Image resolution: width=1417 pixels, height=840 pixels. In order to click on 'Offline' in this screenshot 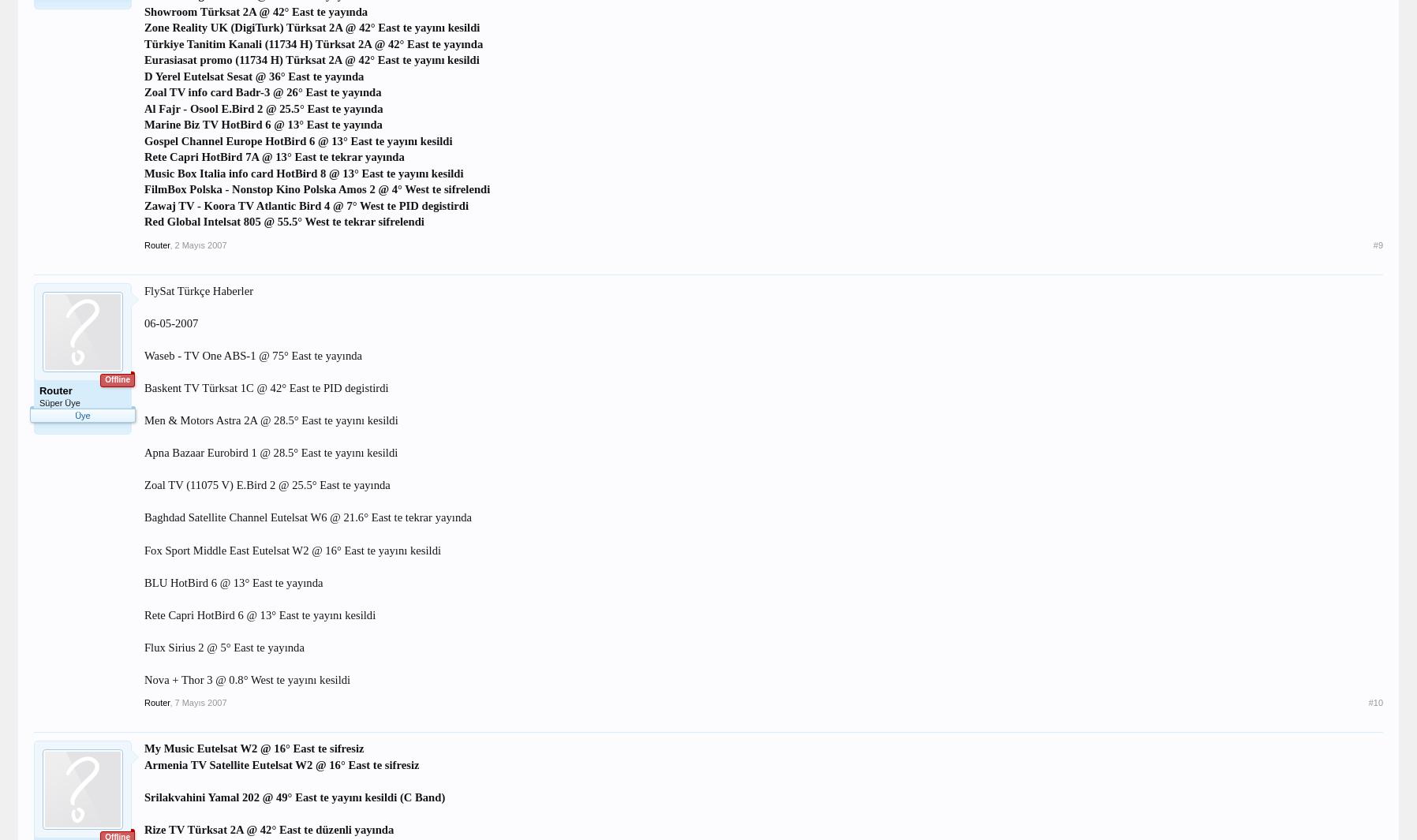, I will do `click(116, 379)`.